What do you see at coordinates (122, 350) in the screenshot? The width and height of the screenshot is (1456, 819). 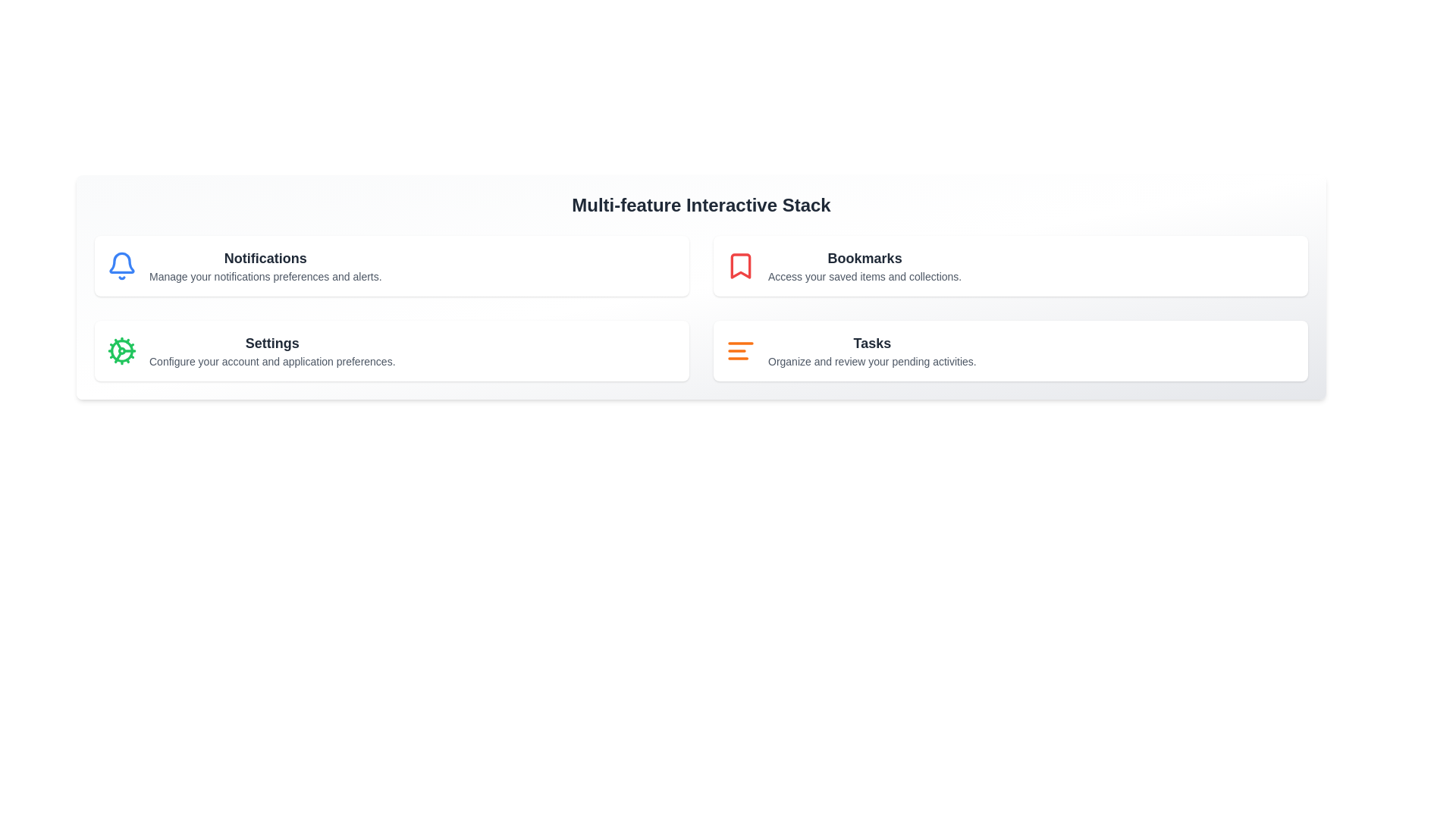 I see `the function of the green cogwheel icon located next to the 'Settings' text in the Settings panel` at bounding box center [122, 350].